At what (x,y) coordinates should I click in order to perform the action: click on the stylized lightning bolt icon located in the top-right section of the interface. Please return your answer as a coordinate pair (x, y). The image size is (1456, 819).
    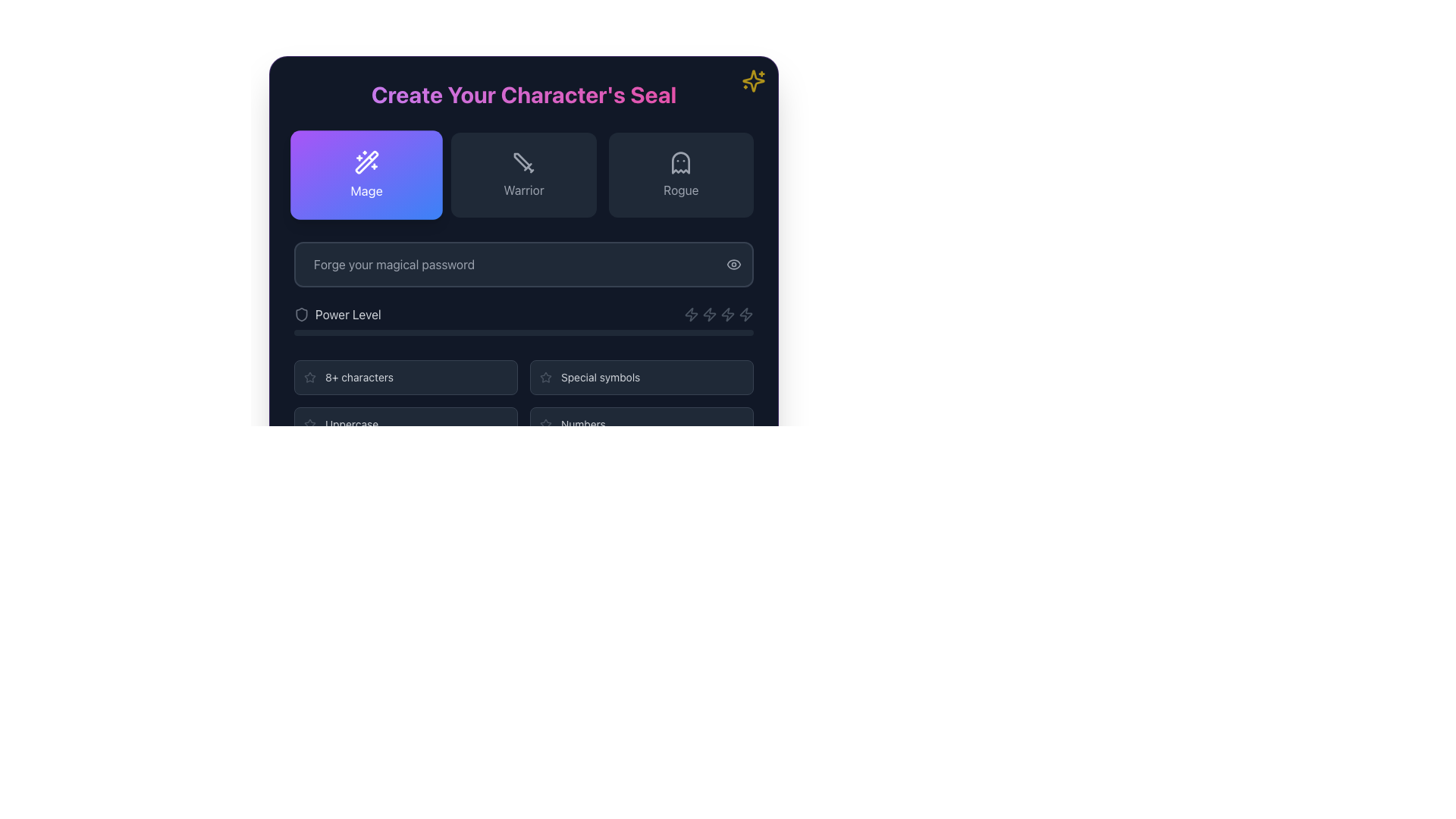
    Looking at the image, I should click on (691, 314).